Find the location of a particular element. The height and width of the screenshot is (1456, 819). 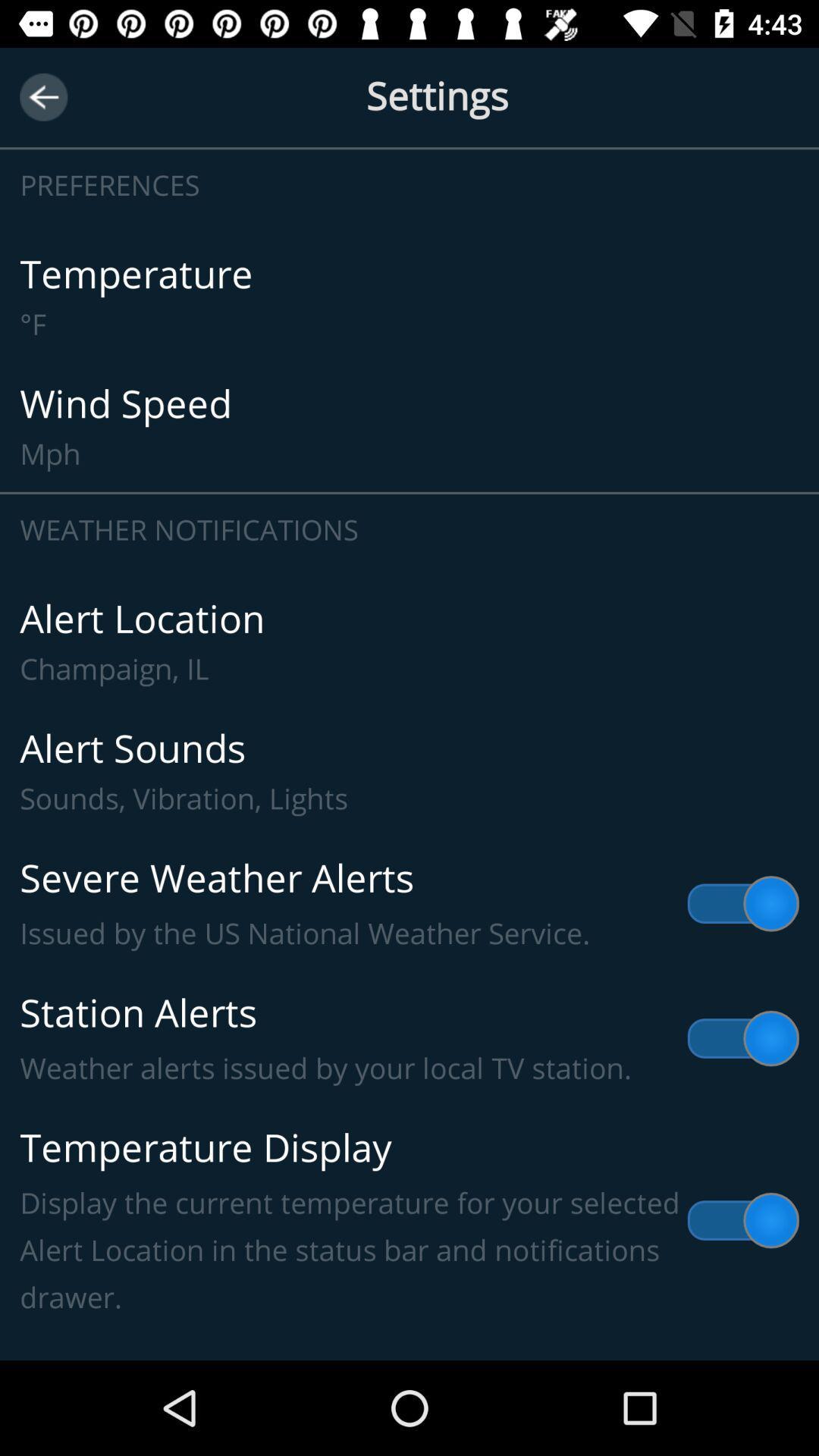

next is located at coordinates (42, 96).